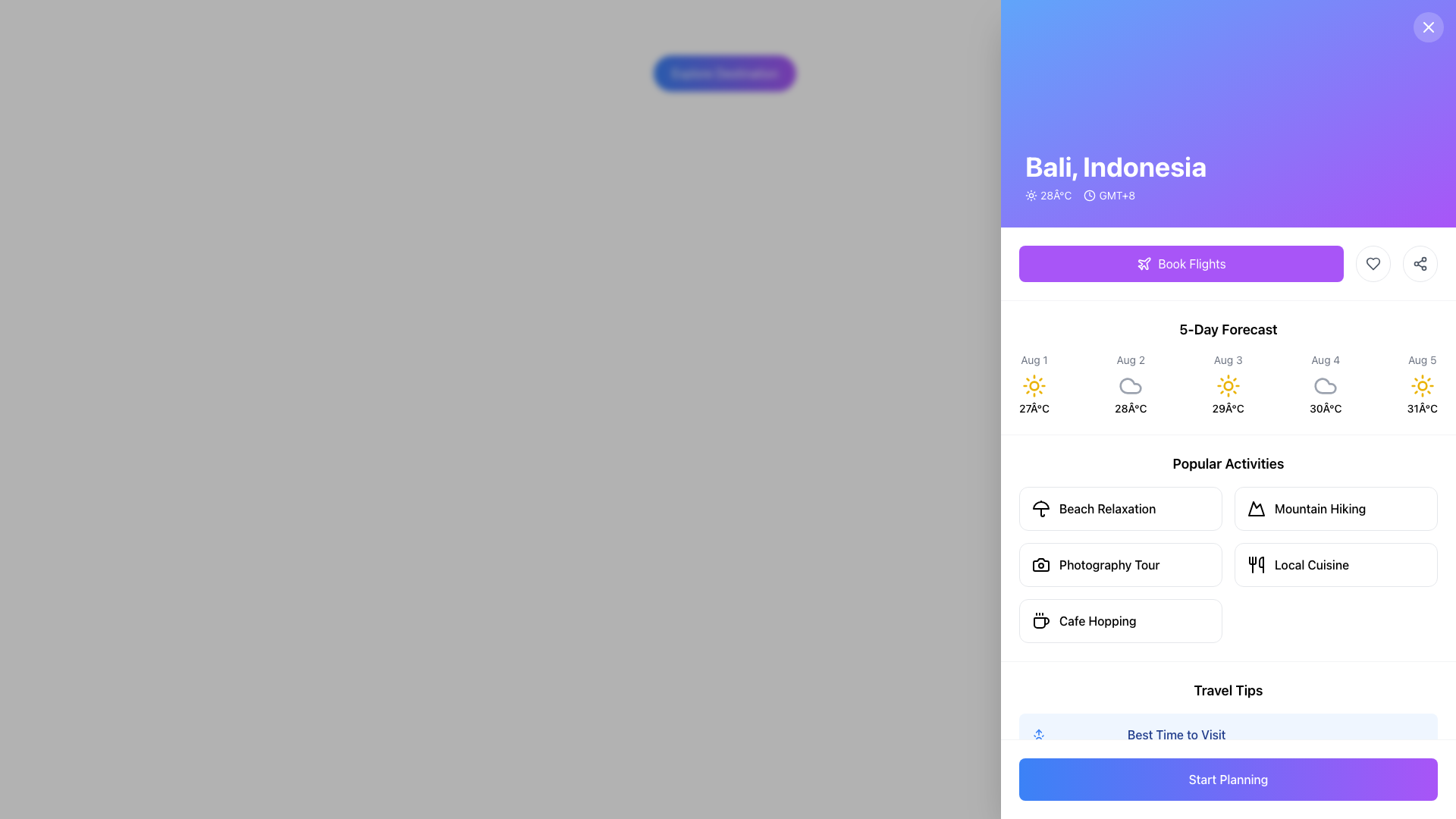  Describe the element at coordinates (1047, 195) in the screenshot. I see `temperature information displayed as '28°C' next to the sun icon in the top left corner of the panel` at that location.